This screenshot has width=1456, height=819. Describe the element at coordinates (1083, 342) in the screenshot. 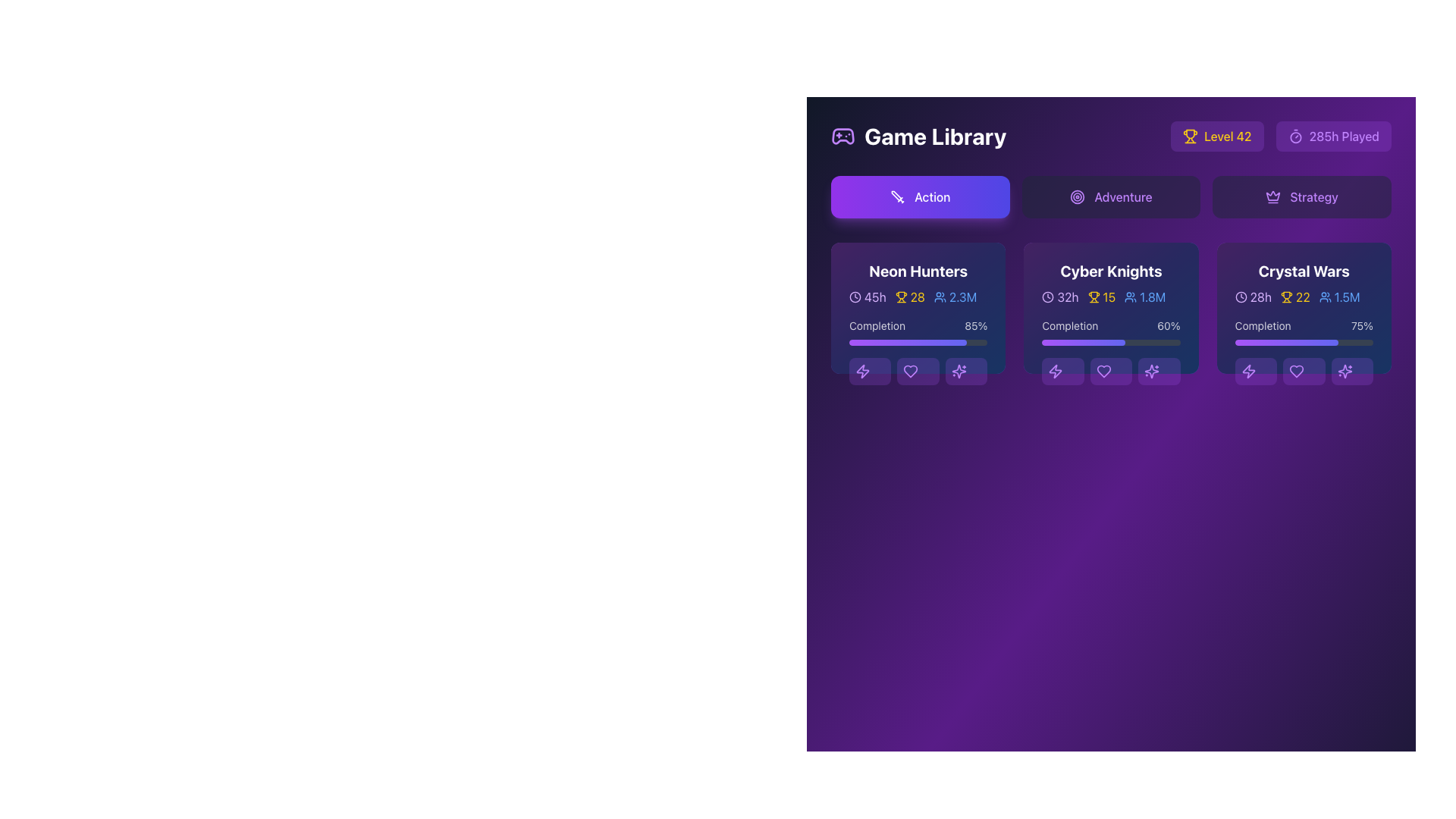

I see `the filled portion of the Progress Indicator within the second card labeled 'Cyber Knights' in the 'Game Library' interface, which indicates a completion level of 60%` at that location.